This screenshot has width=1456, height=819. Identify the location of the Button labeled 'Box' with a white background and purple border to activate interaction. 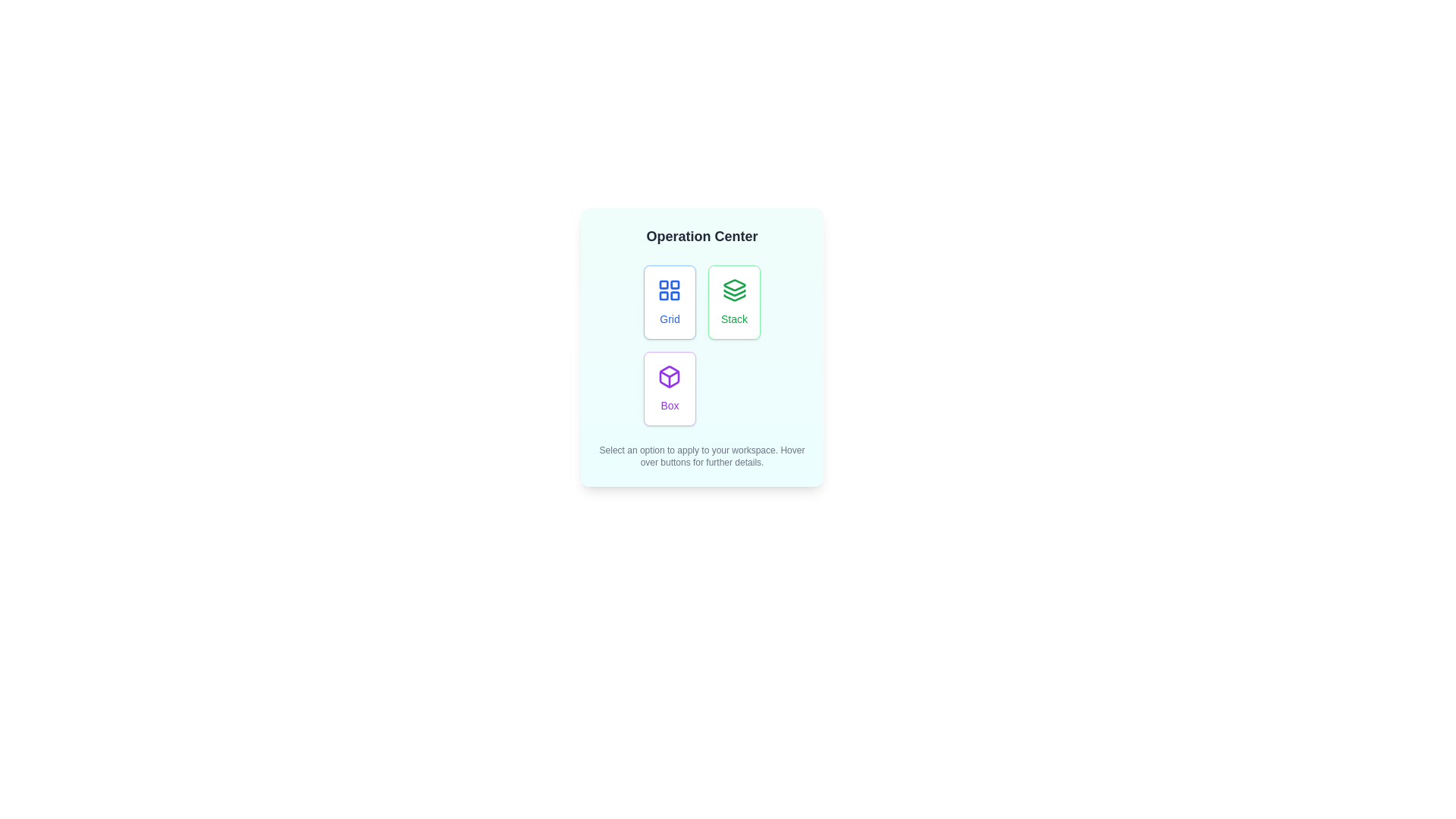
(669, 388).